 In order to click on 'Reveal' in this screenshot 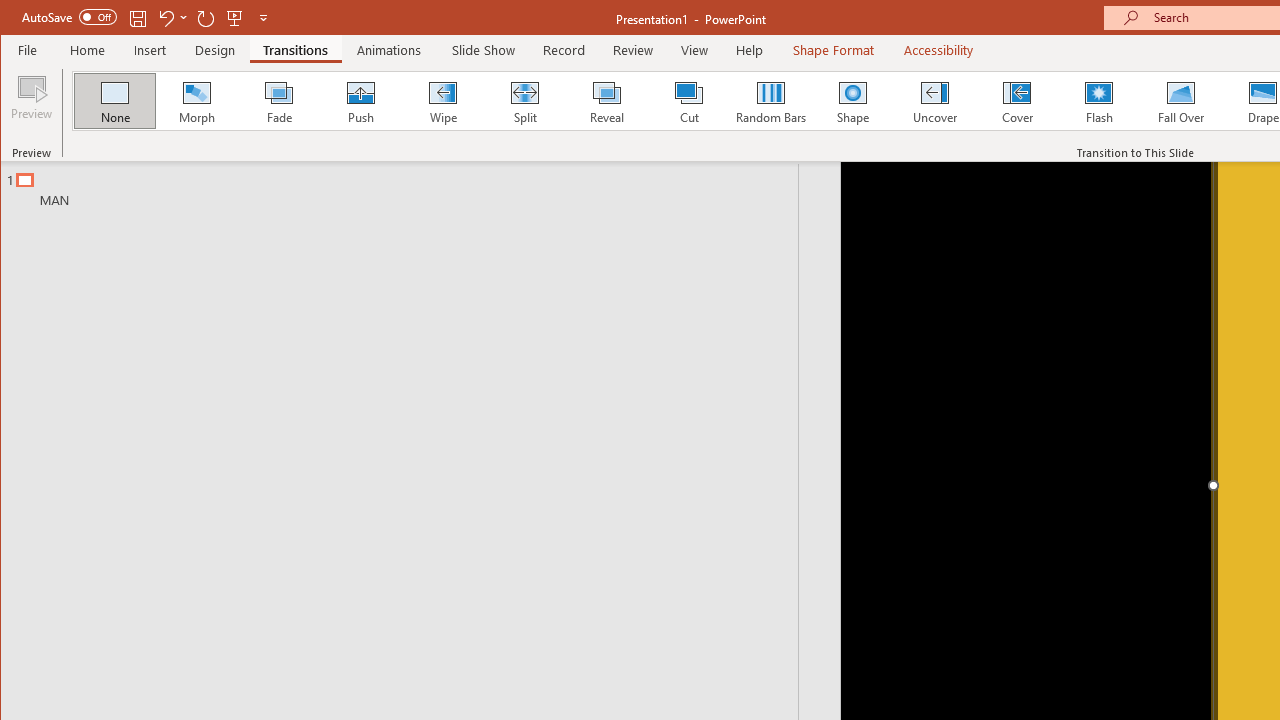, I will do `click(605, 100)`.